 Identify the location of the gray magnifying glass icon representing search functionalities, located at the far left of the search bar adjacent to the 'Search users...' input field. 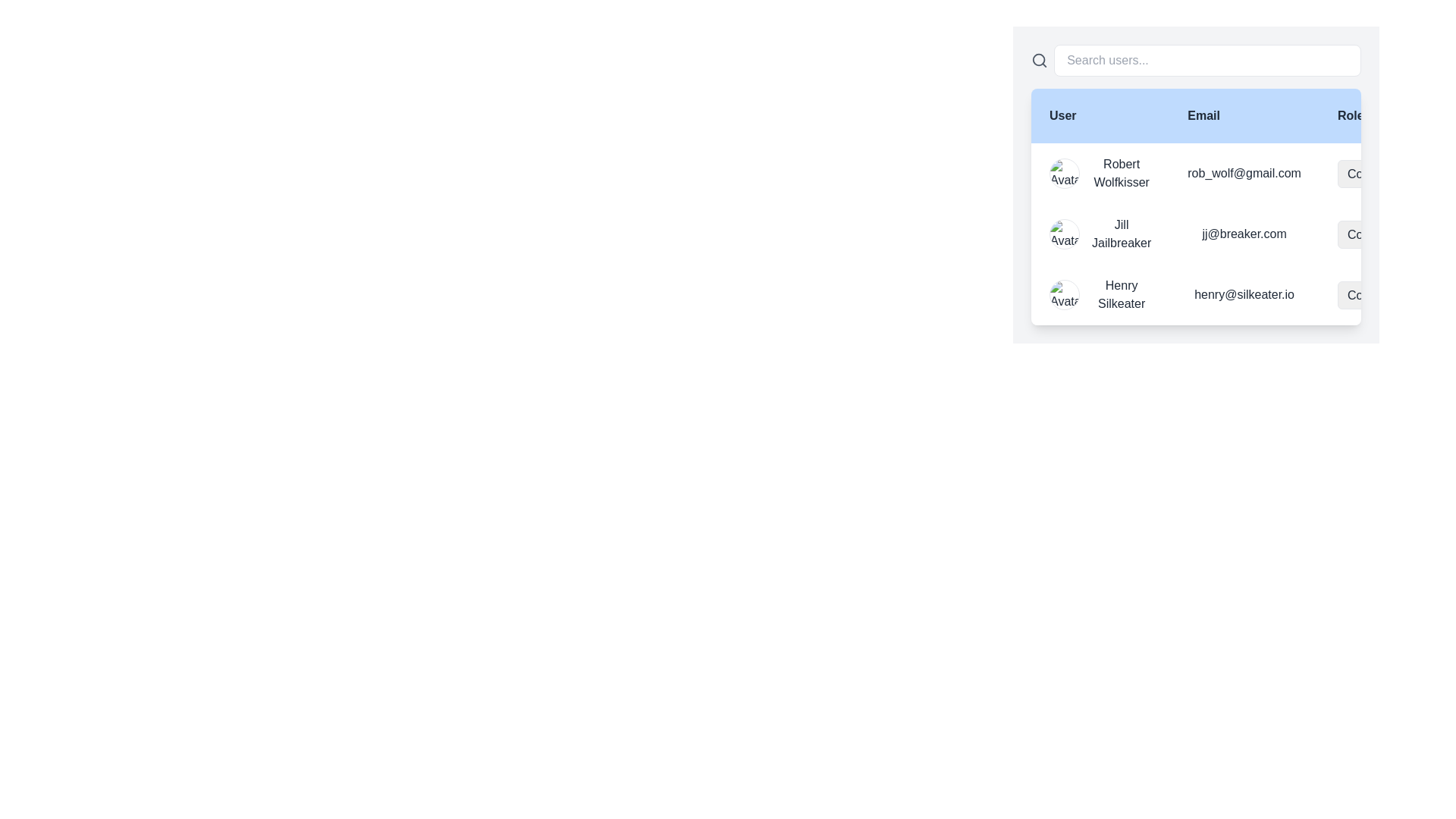
(1039, 60).